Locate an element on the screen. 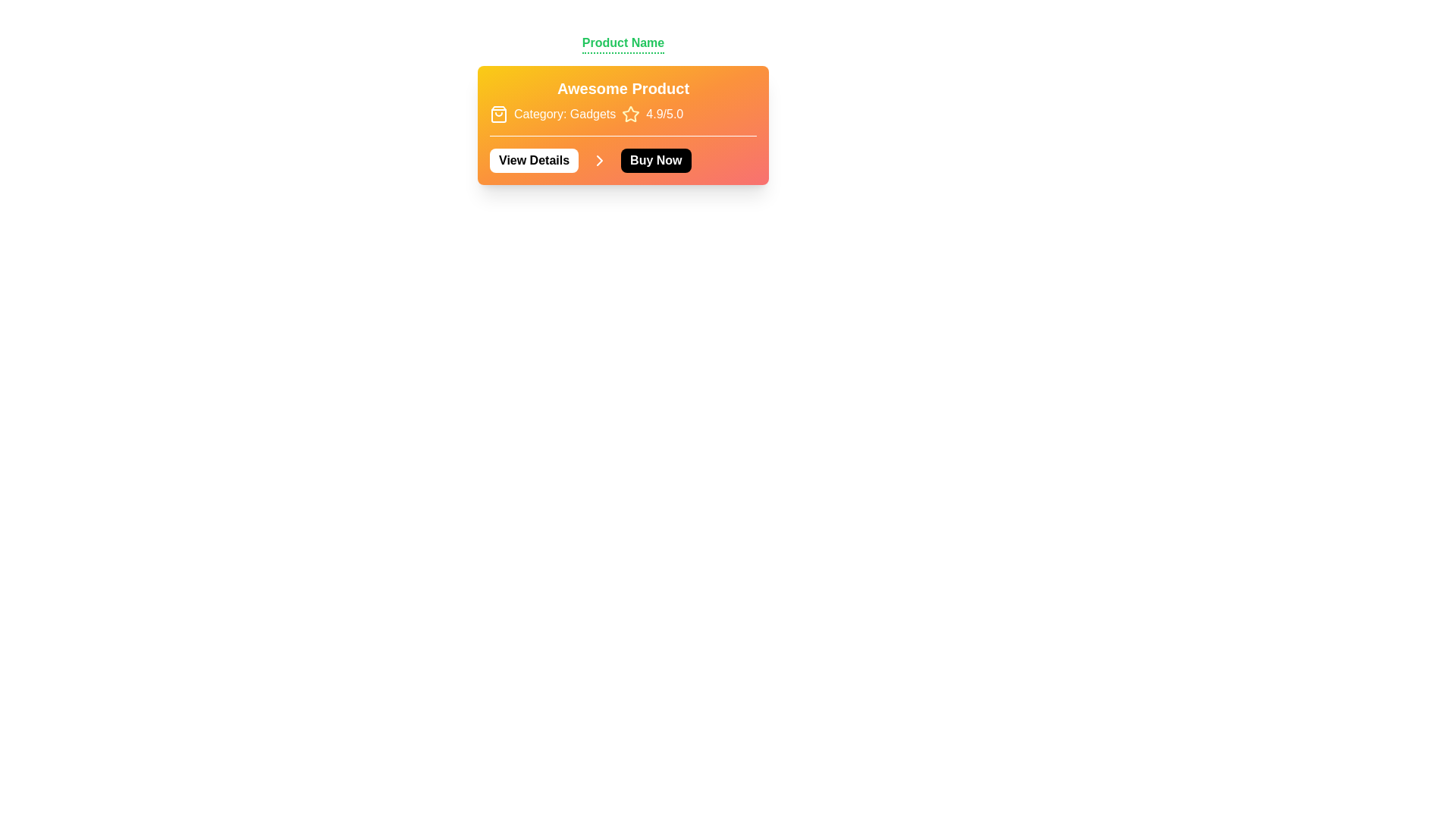  the 'Product Name' text label, which is displayed prominently in a bold green font and underlined is located at coordinates (623, 42).